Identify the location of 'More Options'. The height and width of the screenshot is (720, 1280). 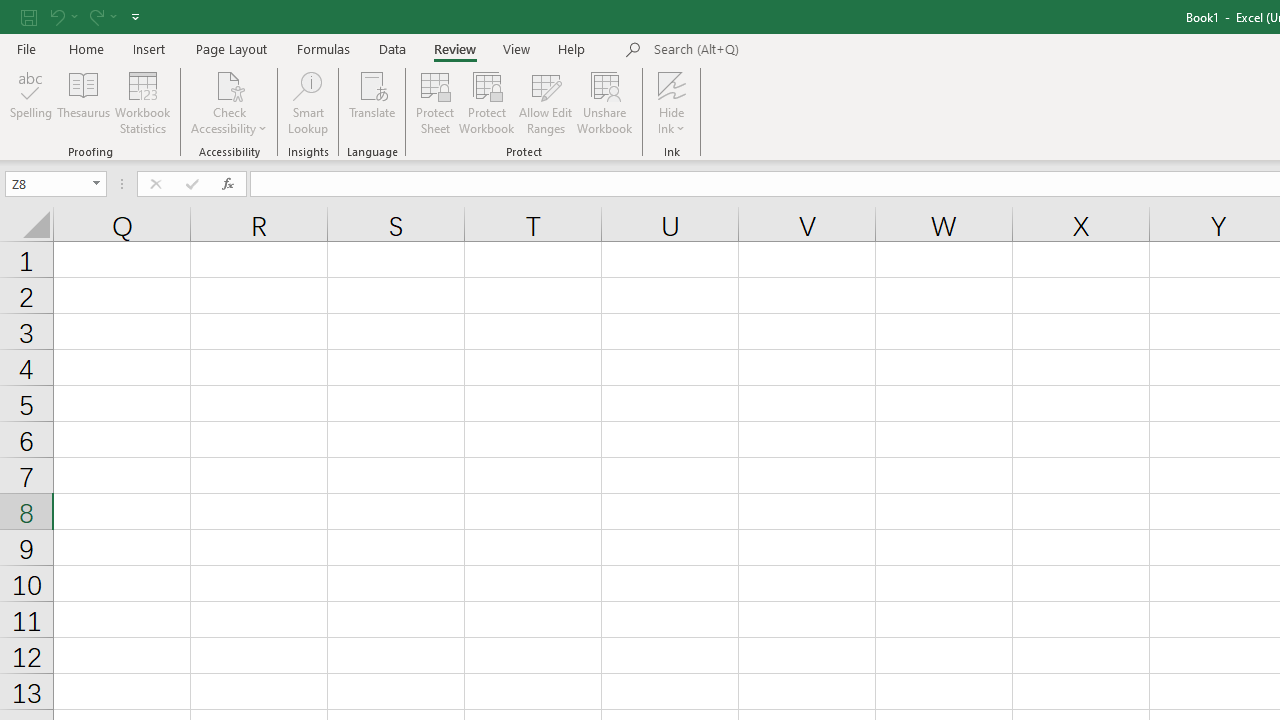
(672, 121).